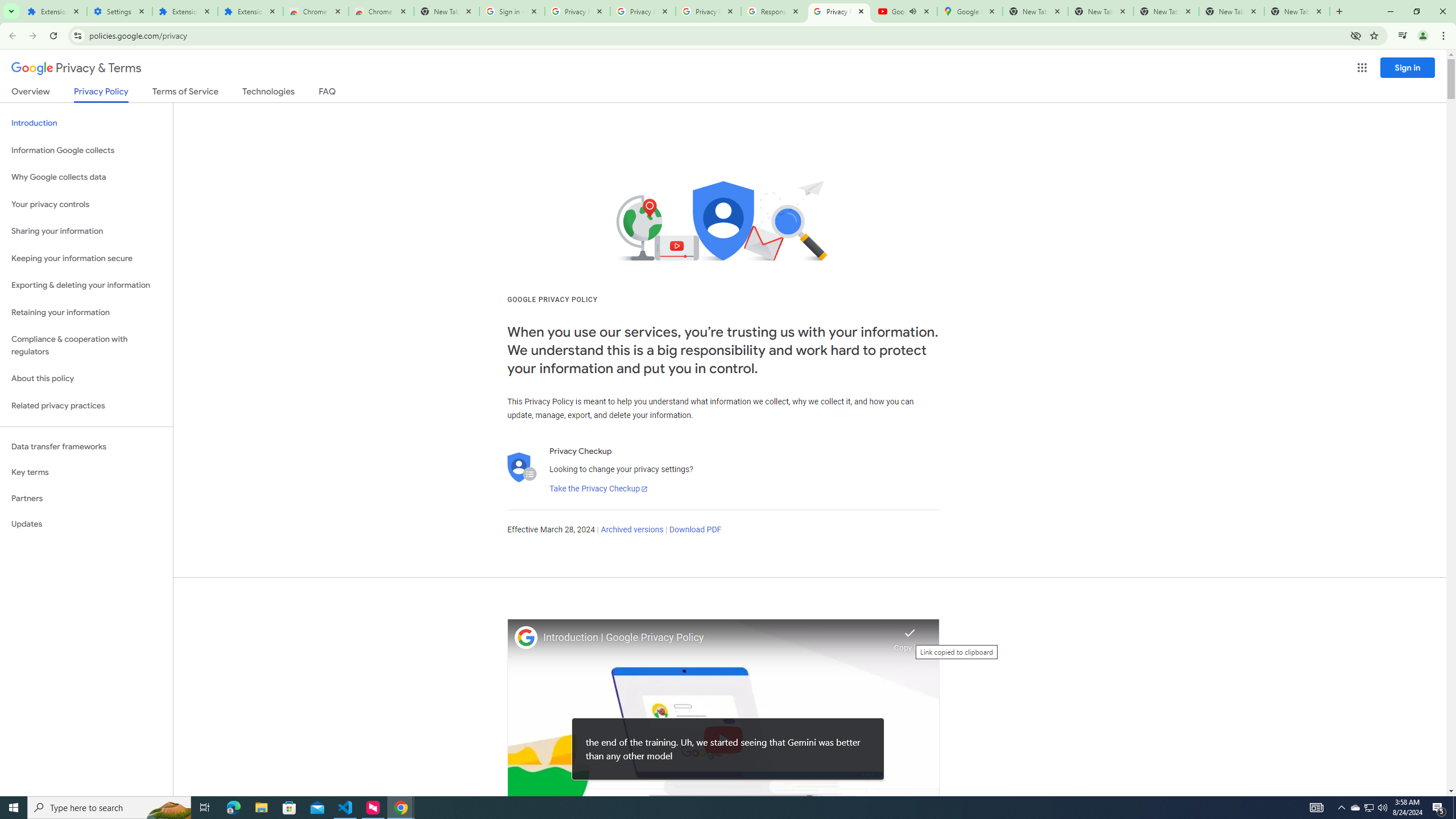 Image resolution: width=1456 pixels, height=819 pixels. I want to click on 'Sharing your information', so click(86, 230).